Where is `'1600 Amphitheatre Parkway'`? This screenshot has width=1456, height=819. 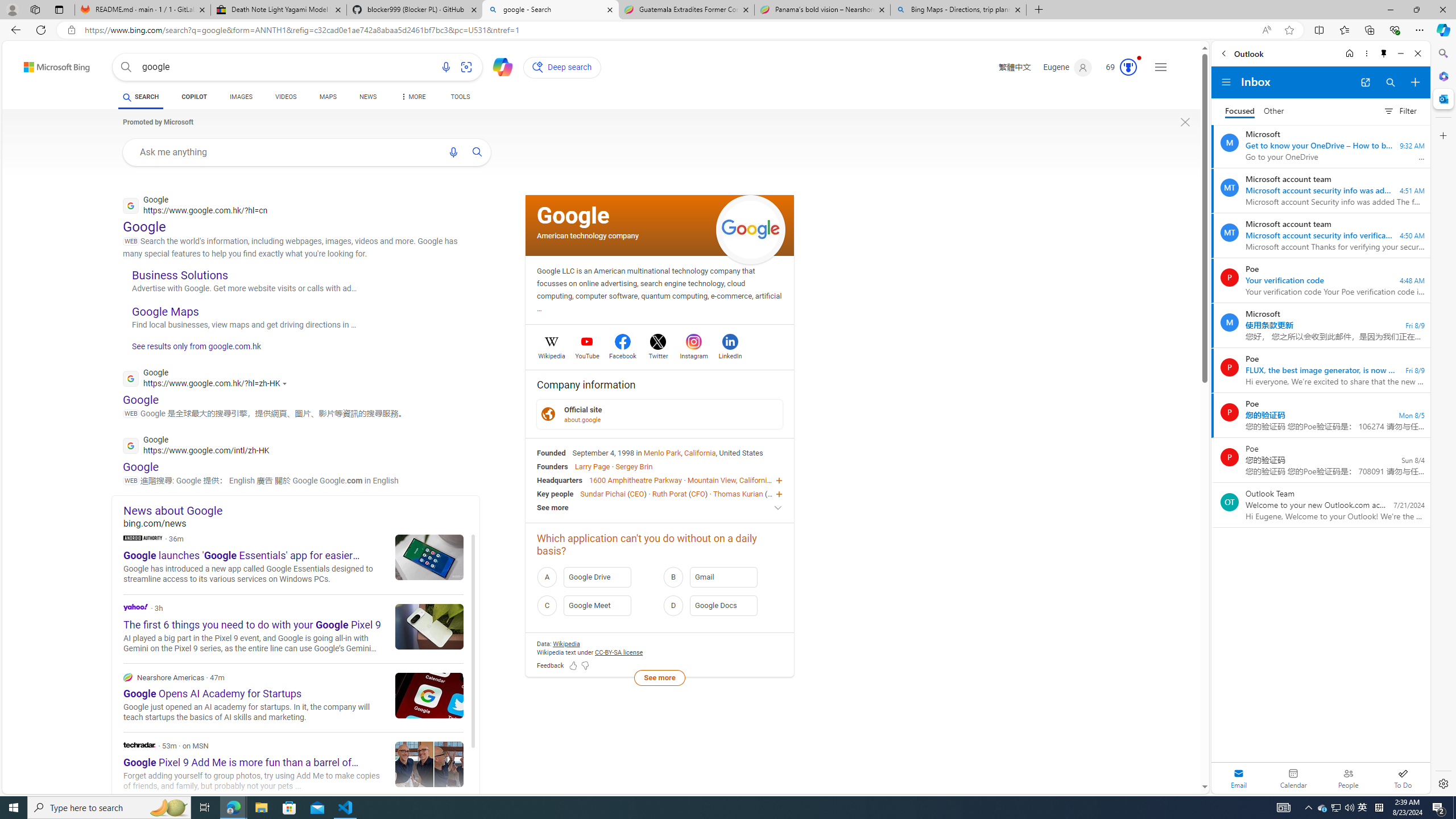
'1600 Amphitheatre Parkway' is located at coordinates (635, 479).